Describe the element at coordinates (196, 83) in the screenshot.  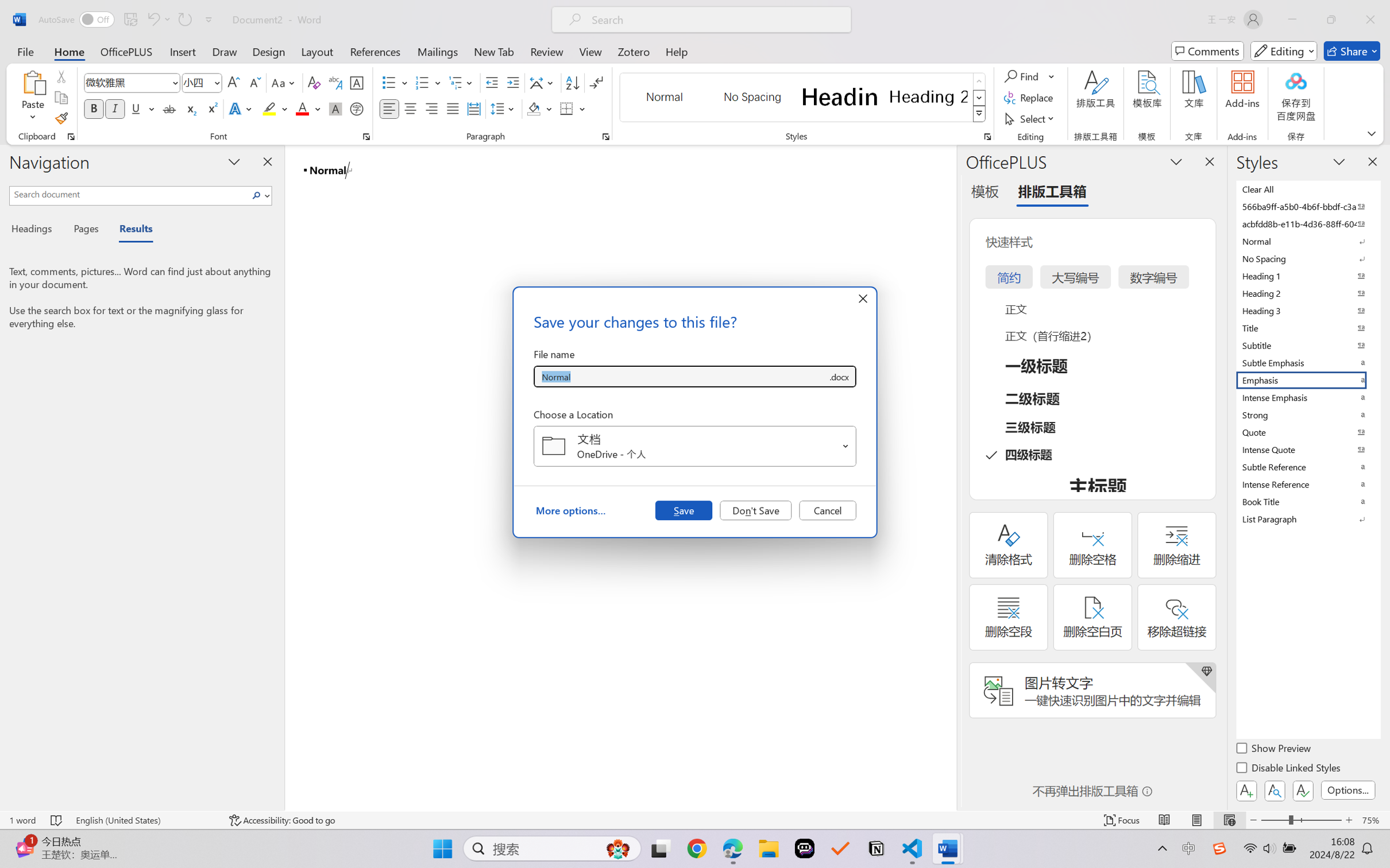
I see `'Font Size'` at that location.